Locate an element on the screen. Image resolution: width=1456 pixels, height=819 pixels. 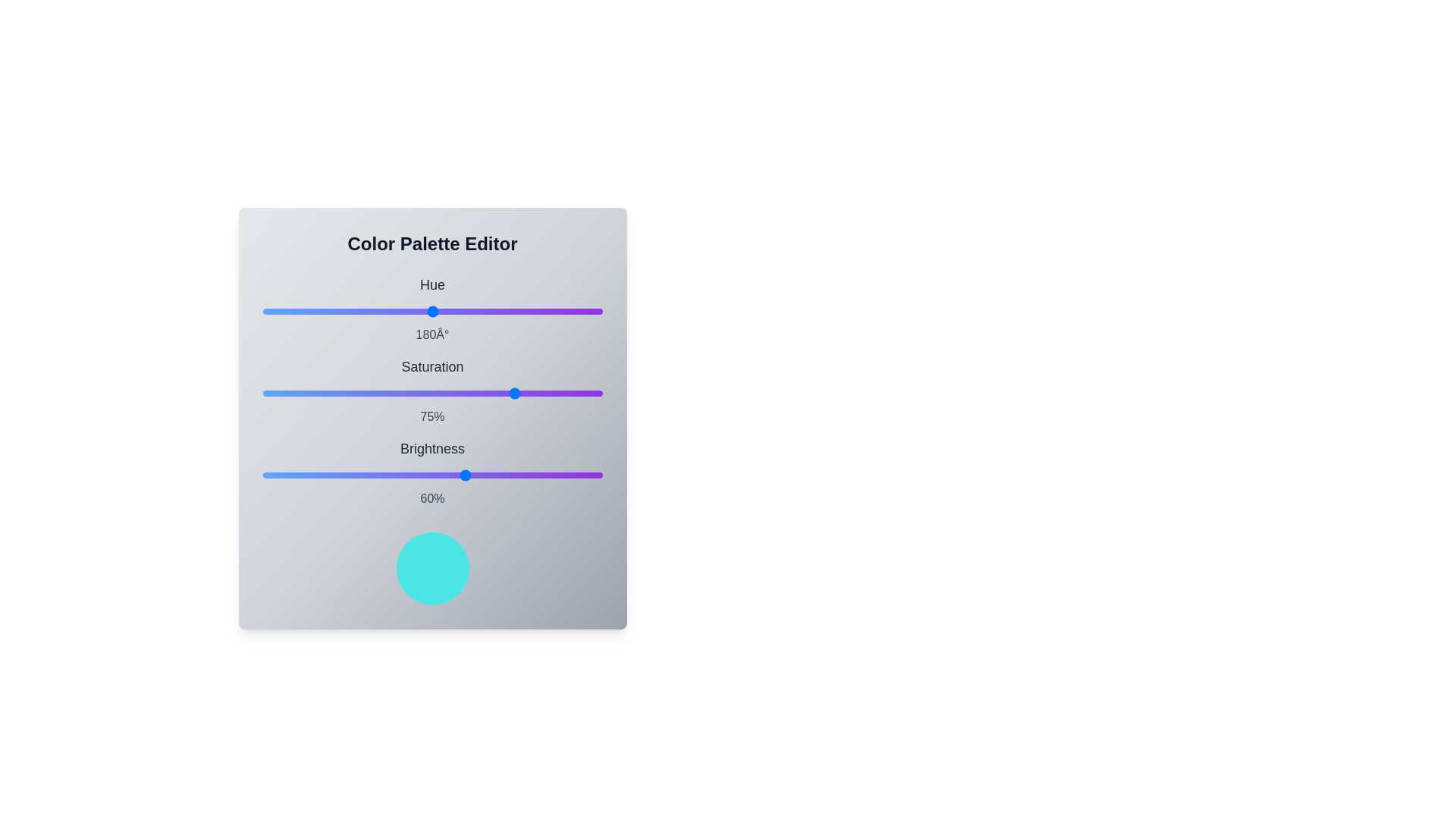
the saturation slider to 84% is located at coordinates (547, 393).